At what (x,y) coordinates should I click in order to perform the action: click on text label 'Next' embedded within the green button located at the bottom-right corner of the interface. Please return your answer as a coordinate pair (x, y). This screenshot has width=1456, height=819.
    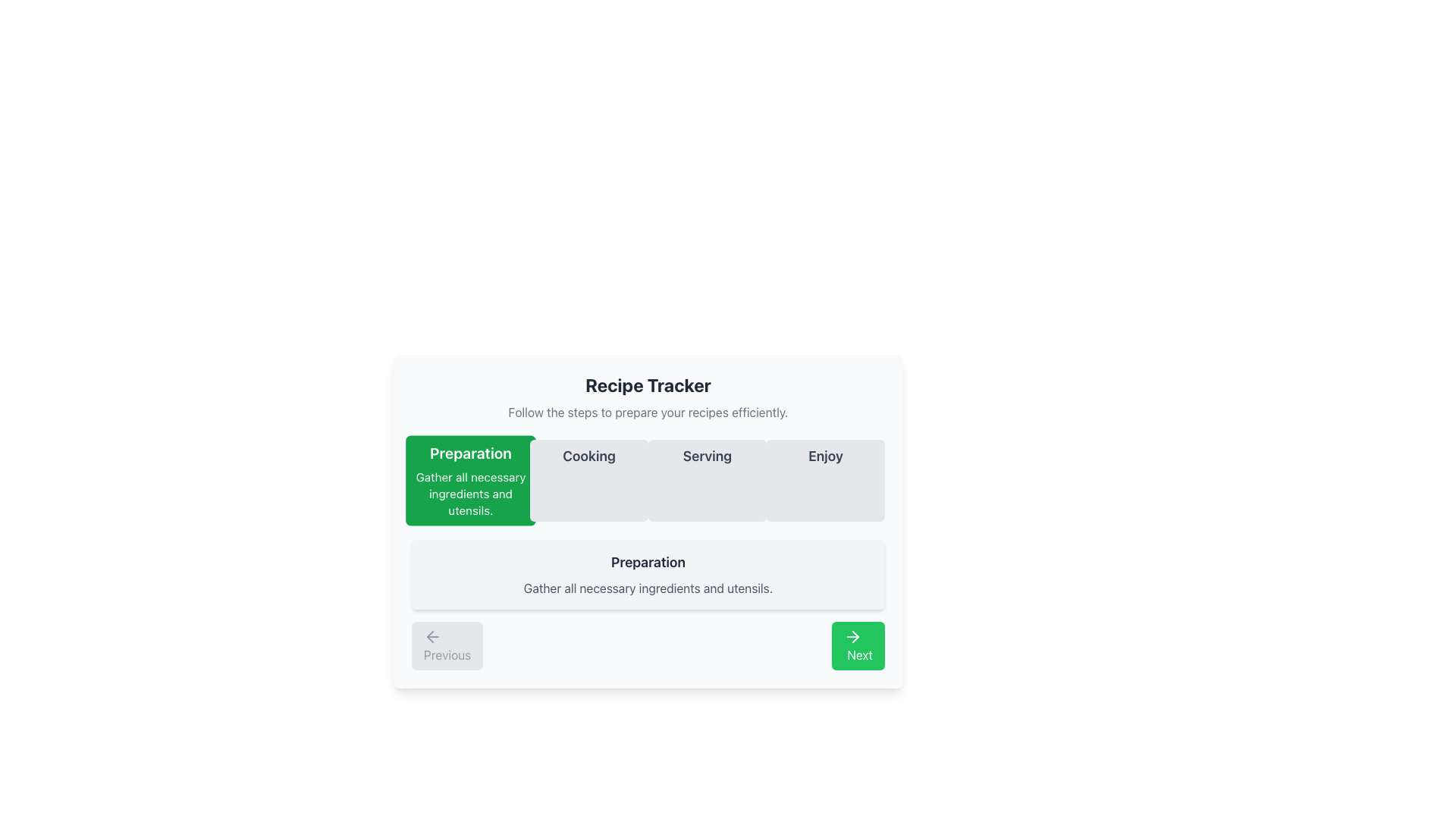
    Looking at the image, I should click on (860, 654).